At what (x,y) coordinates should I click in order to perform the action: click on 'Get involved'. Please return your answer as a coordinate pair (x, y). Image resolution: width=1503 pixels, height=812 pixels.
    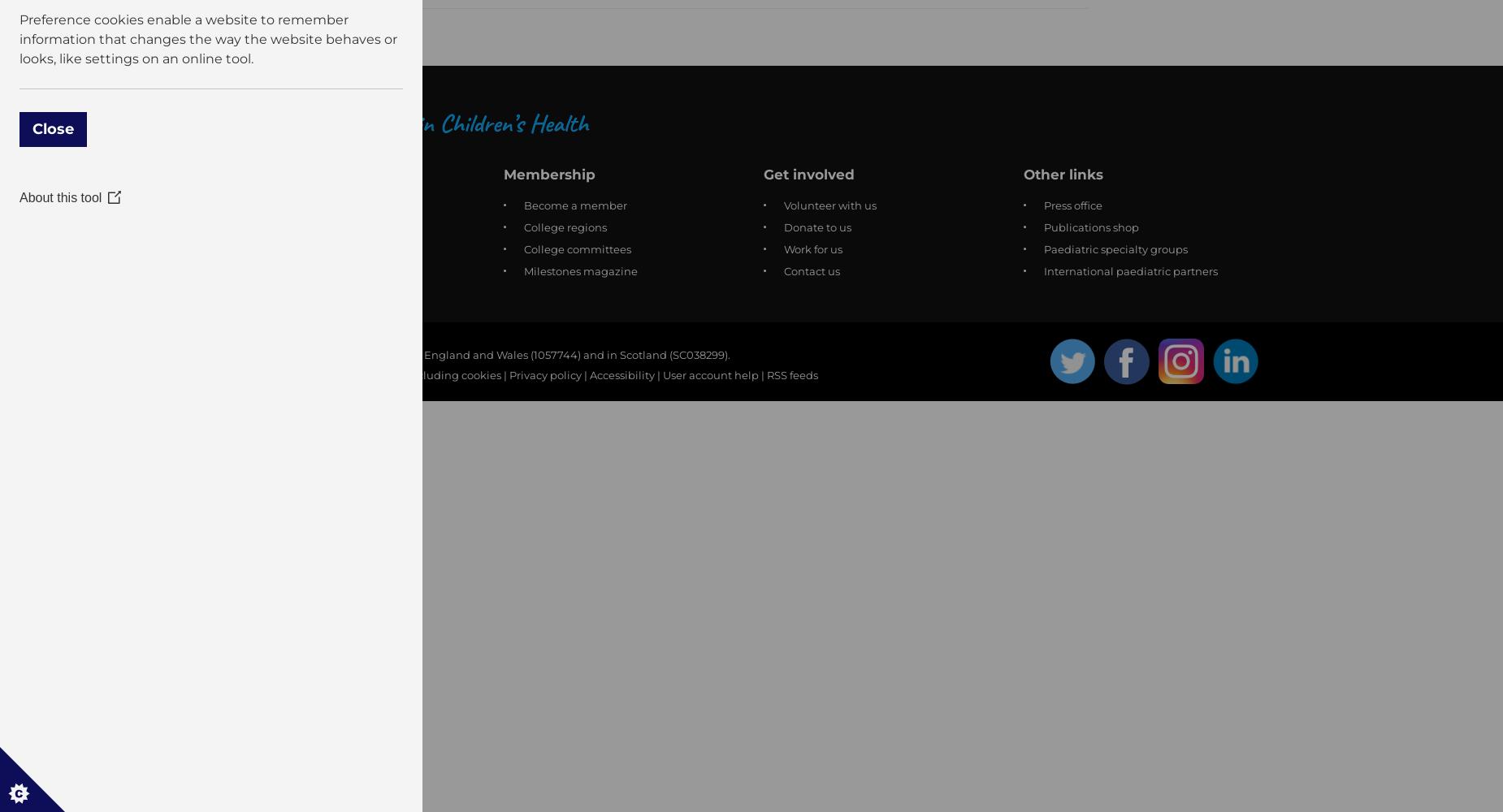
    Looking at the image, I should click on (808, 173).